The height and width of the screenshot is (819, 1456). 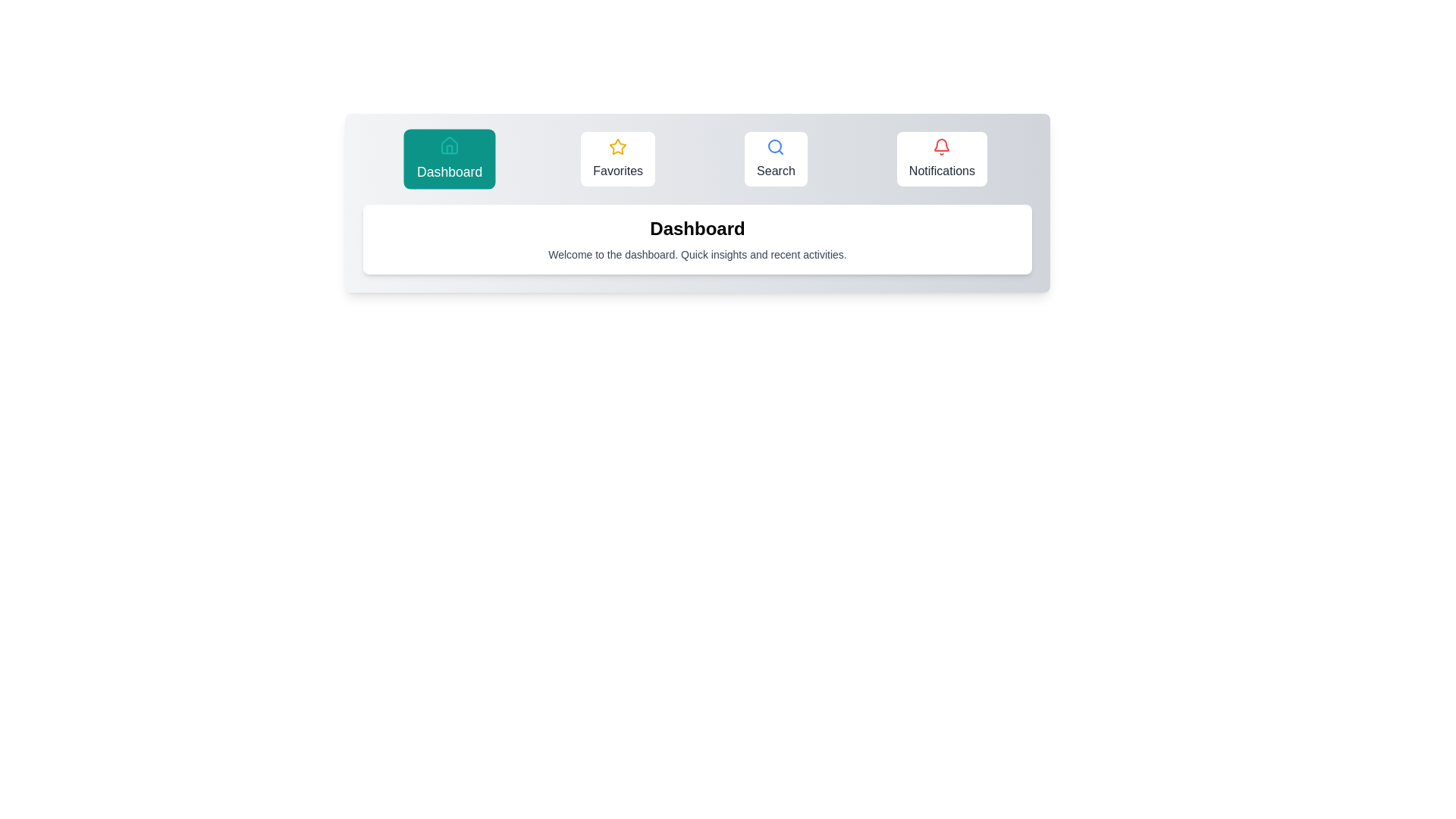 I want to click on the tab labeled Dashboard to observe its specific styling changes, so click(x=449, y=158).